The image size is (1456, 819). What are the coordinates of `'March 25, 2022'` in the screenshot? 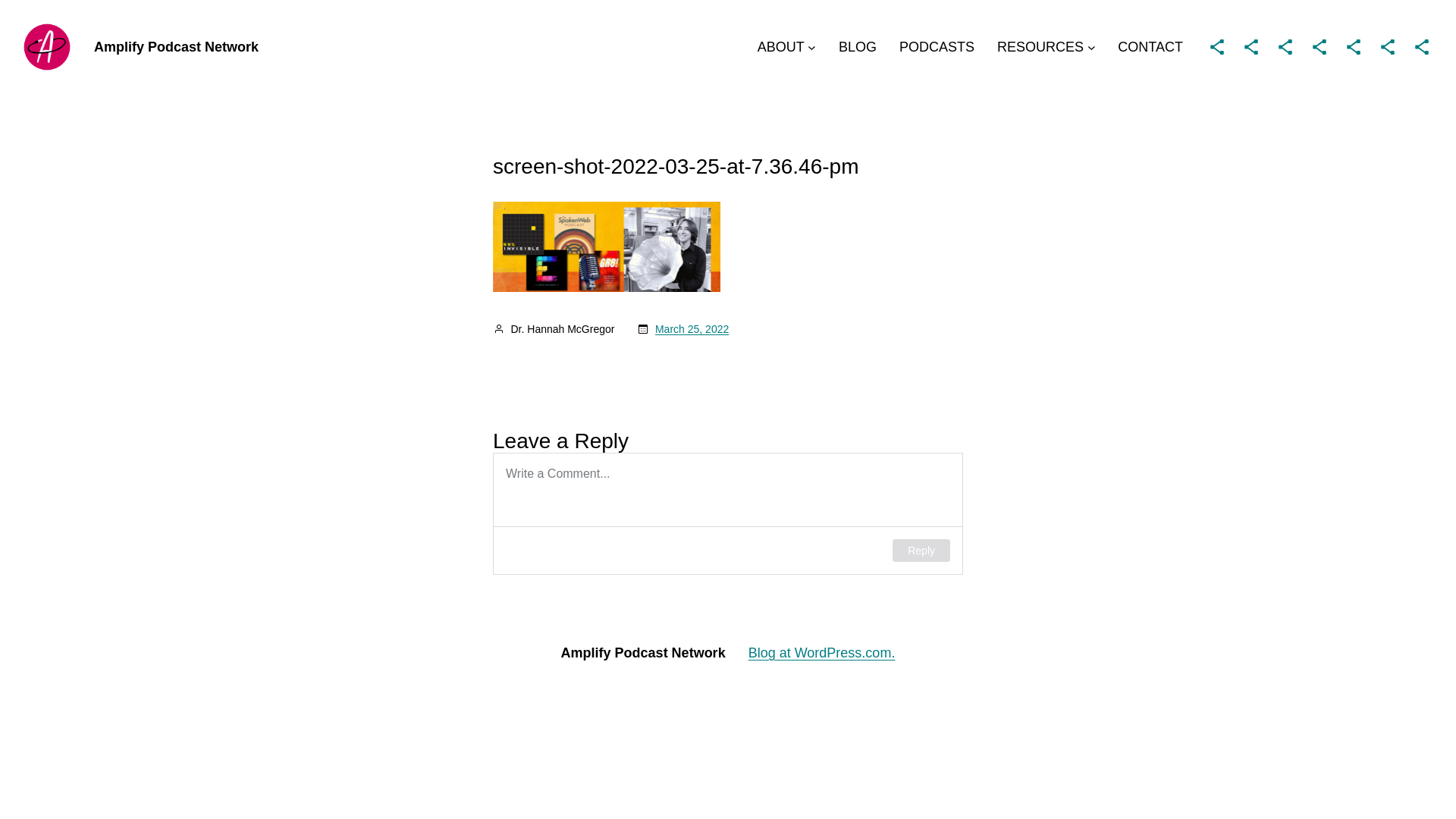 It's located at (691, 328).